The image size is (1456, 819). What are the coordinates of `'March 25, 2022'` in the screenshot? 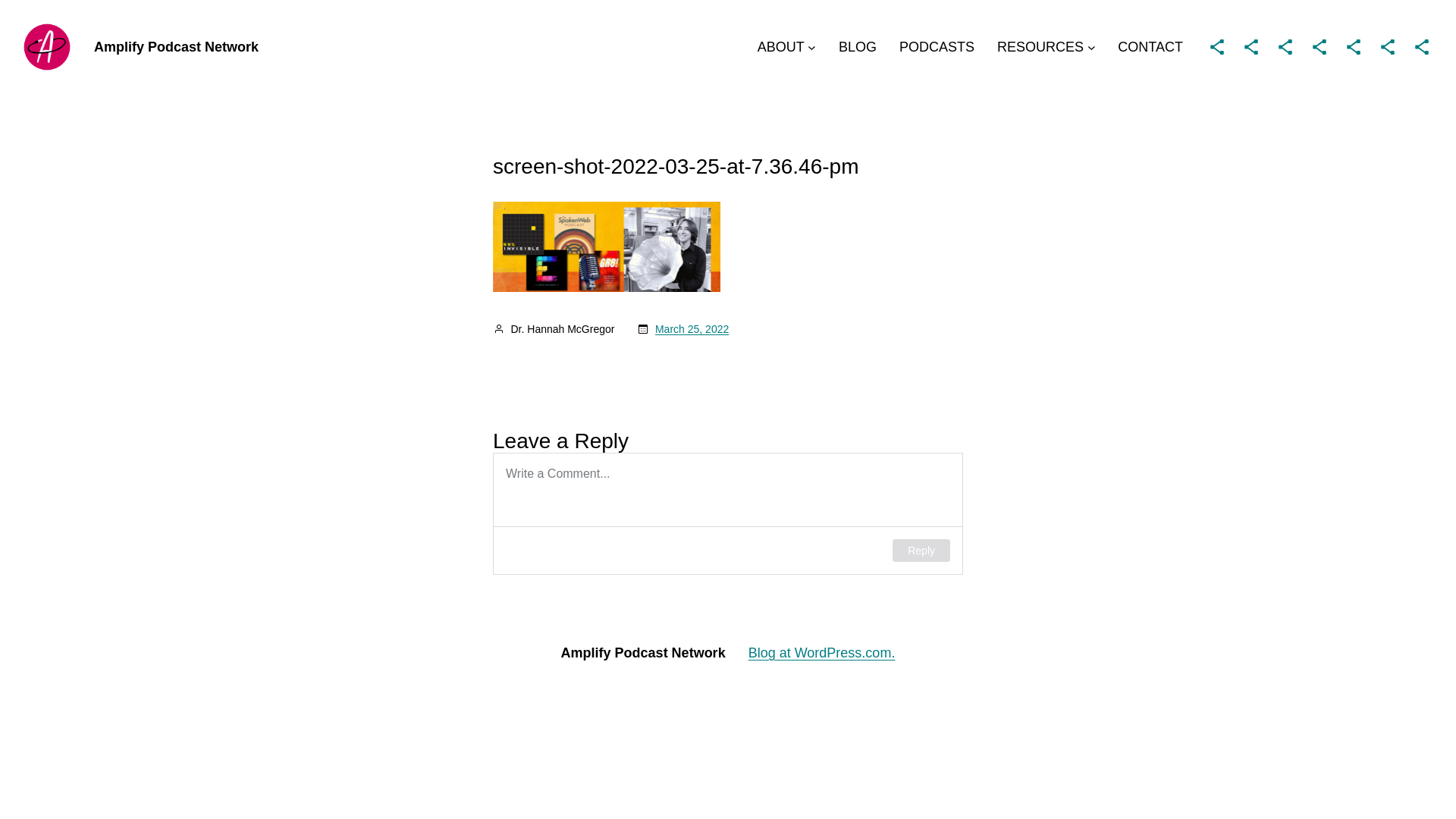 It's located at (691, 328).